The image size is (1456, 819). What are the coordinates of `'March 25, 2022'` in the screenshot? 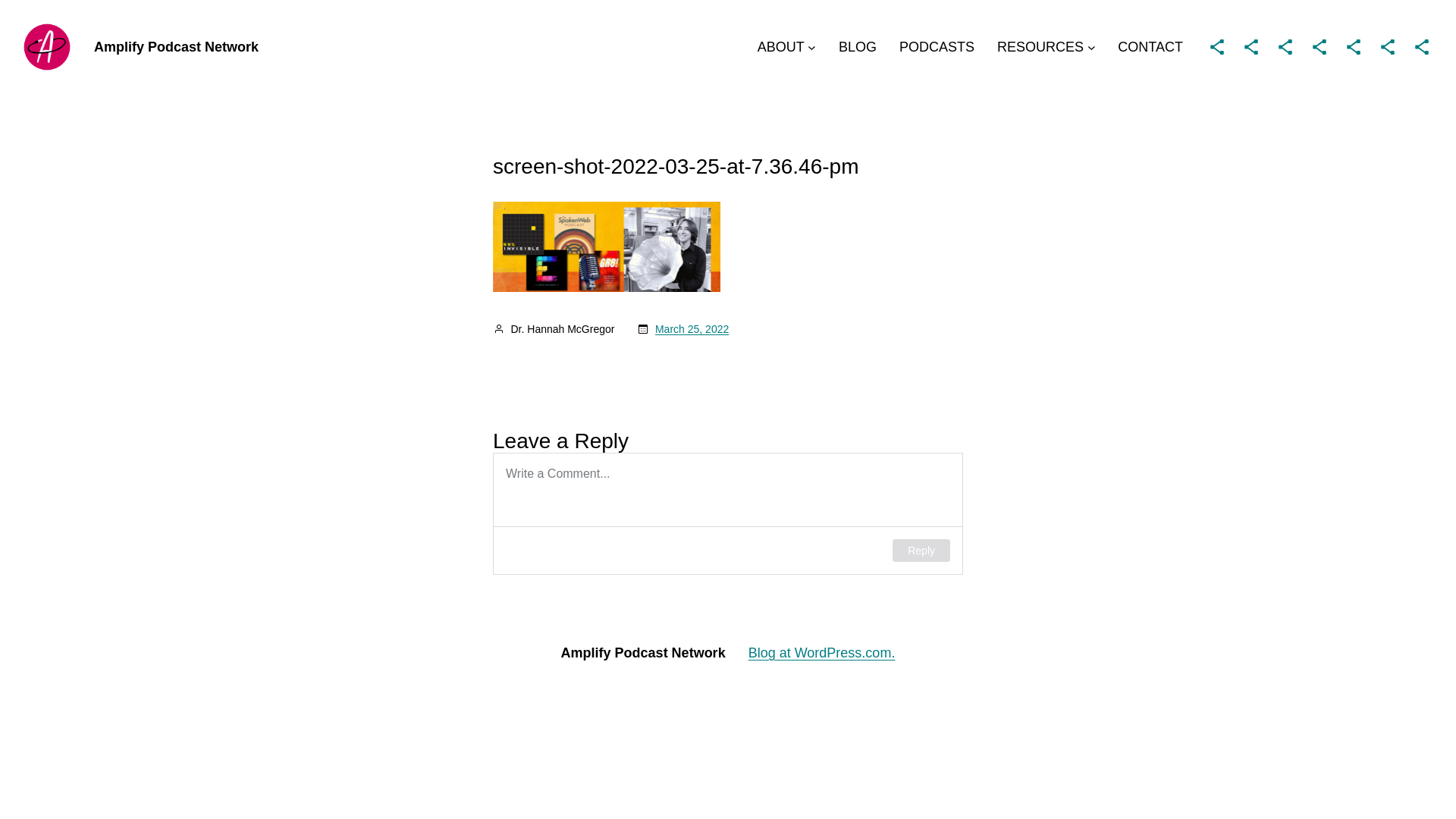 It's located at (691, 328).